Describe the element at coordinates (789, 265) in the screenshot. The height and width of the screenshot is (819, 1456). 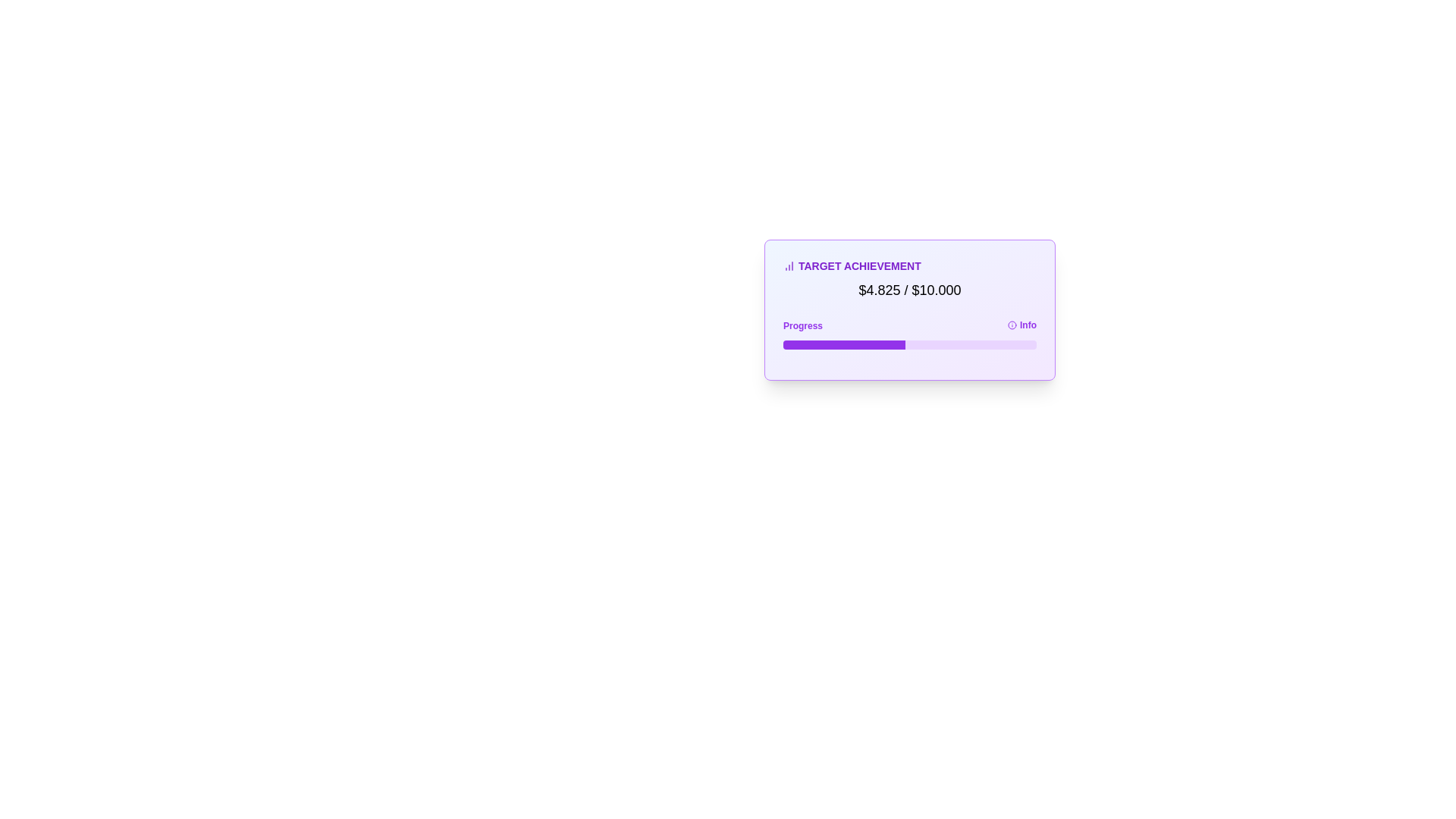
I see `the small vertical bar chart icon styled in purple, positioned slightly to the left of the title 'Target Achievement'` at that location.